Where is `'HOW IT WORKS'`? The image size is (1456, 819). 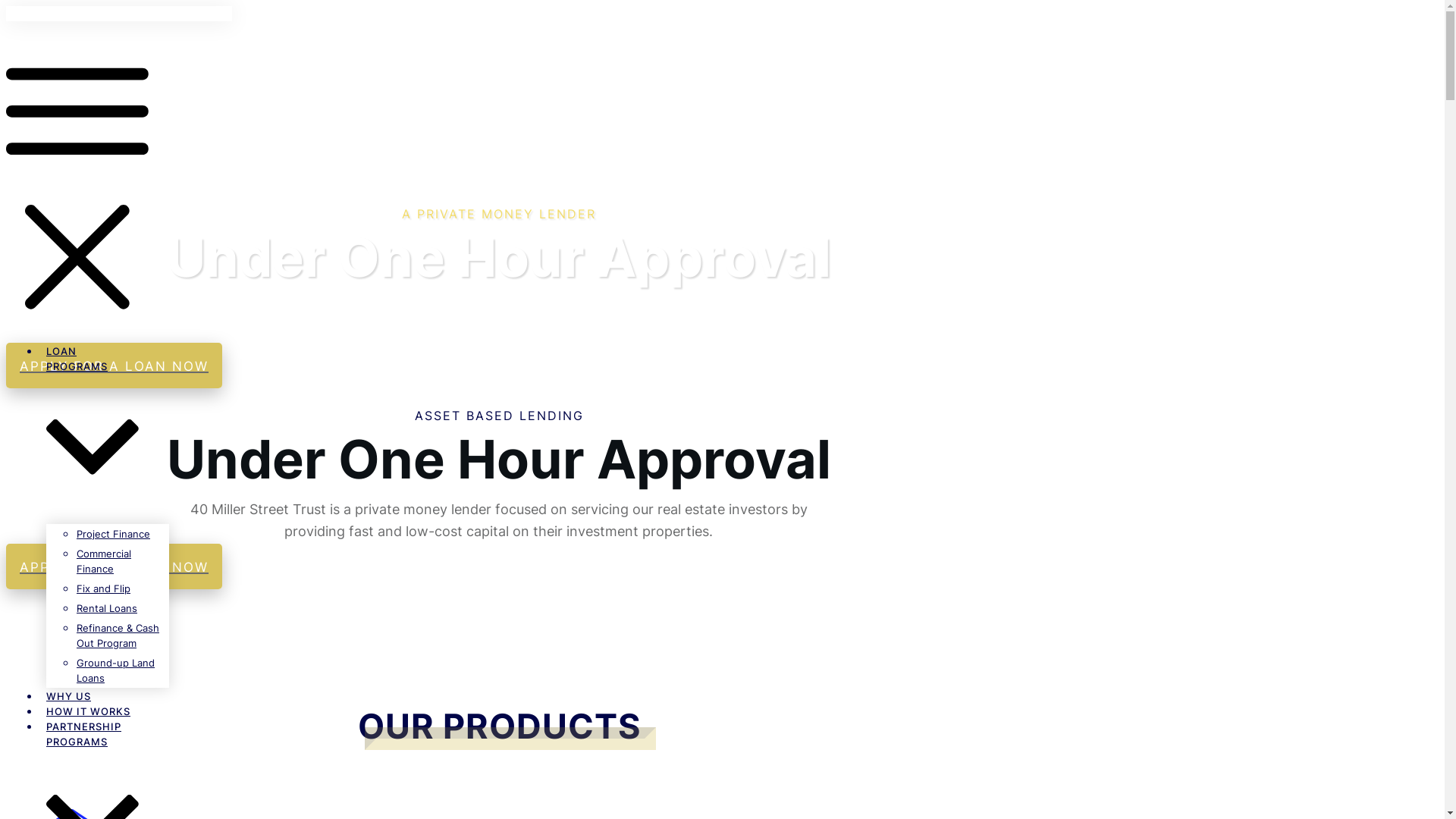
'HOW IT WORKS' is located at coordinates (46, 711).